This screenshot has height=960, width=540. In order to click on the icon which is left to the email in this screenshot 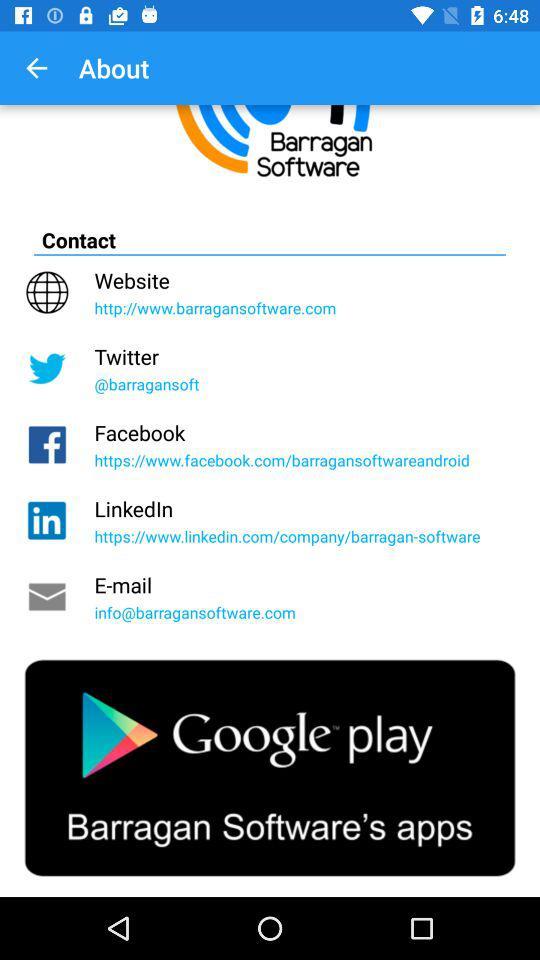, I will do `click(47, 597)`.